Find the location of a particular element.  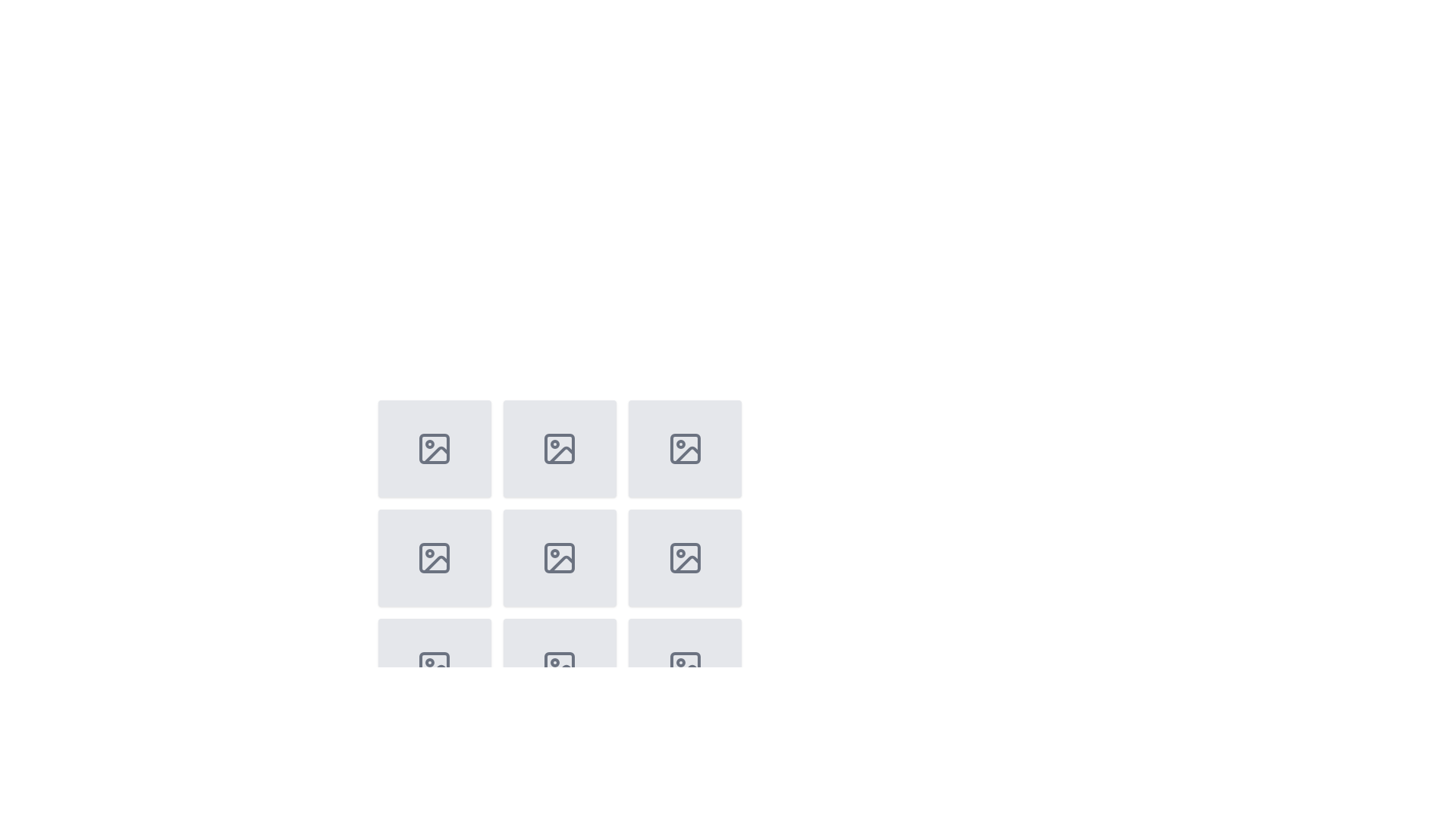

the gray vector icon with rounded corners located in the center of the second row in a grid of similar icons is located at coordinates (559, 558).